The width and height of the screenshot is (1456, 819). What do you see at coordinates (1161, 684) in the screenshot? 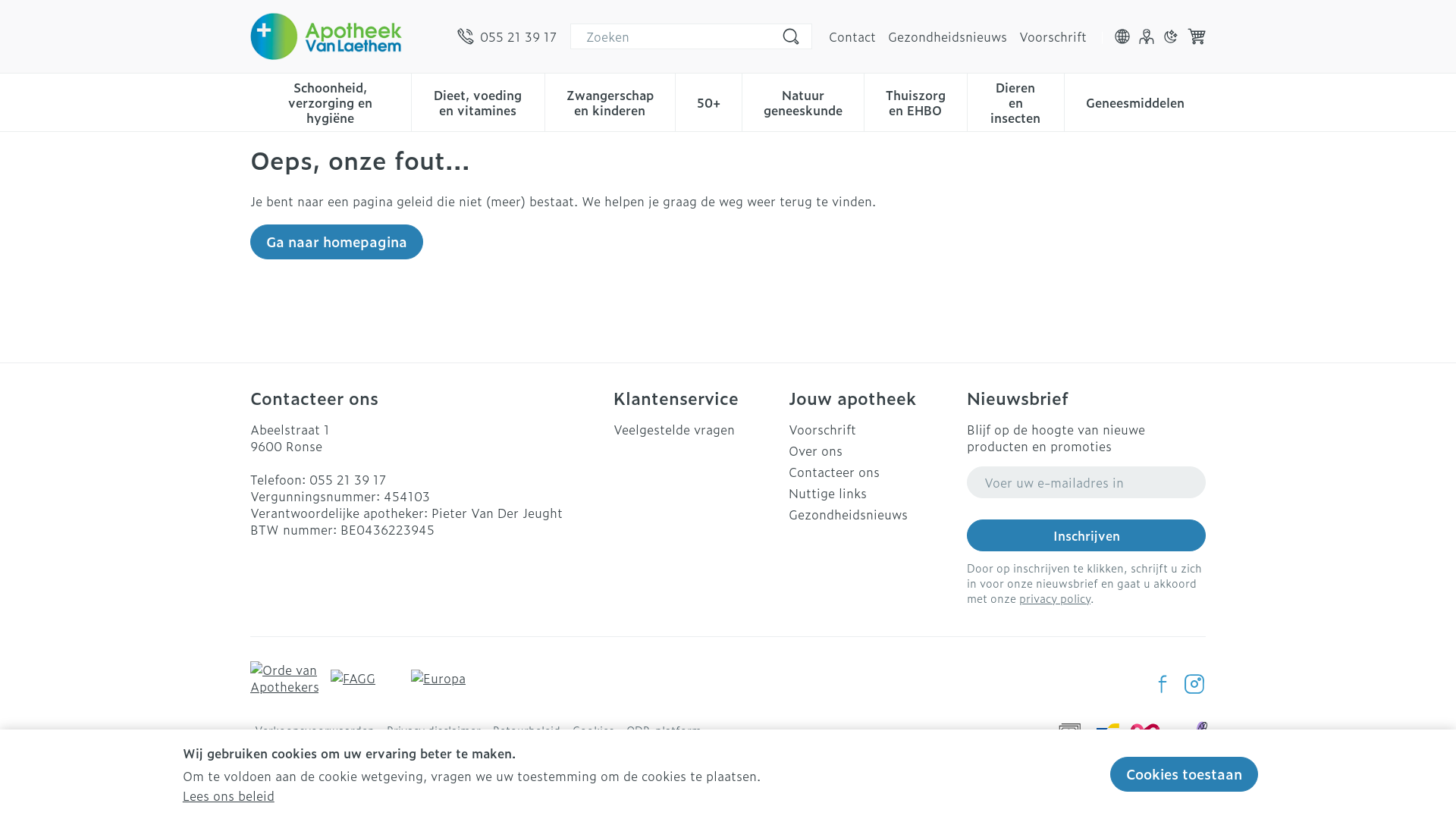
I see `'Facebook'` at bounding box center [1161, 684].